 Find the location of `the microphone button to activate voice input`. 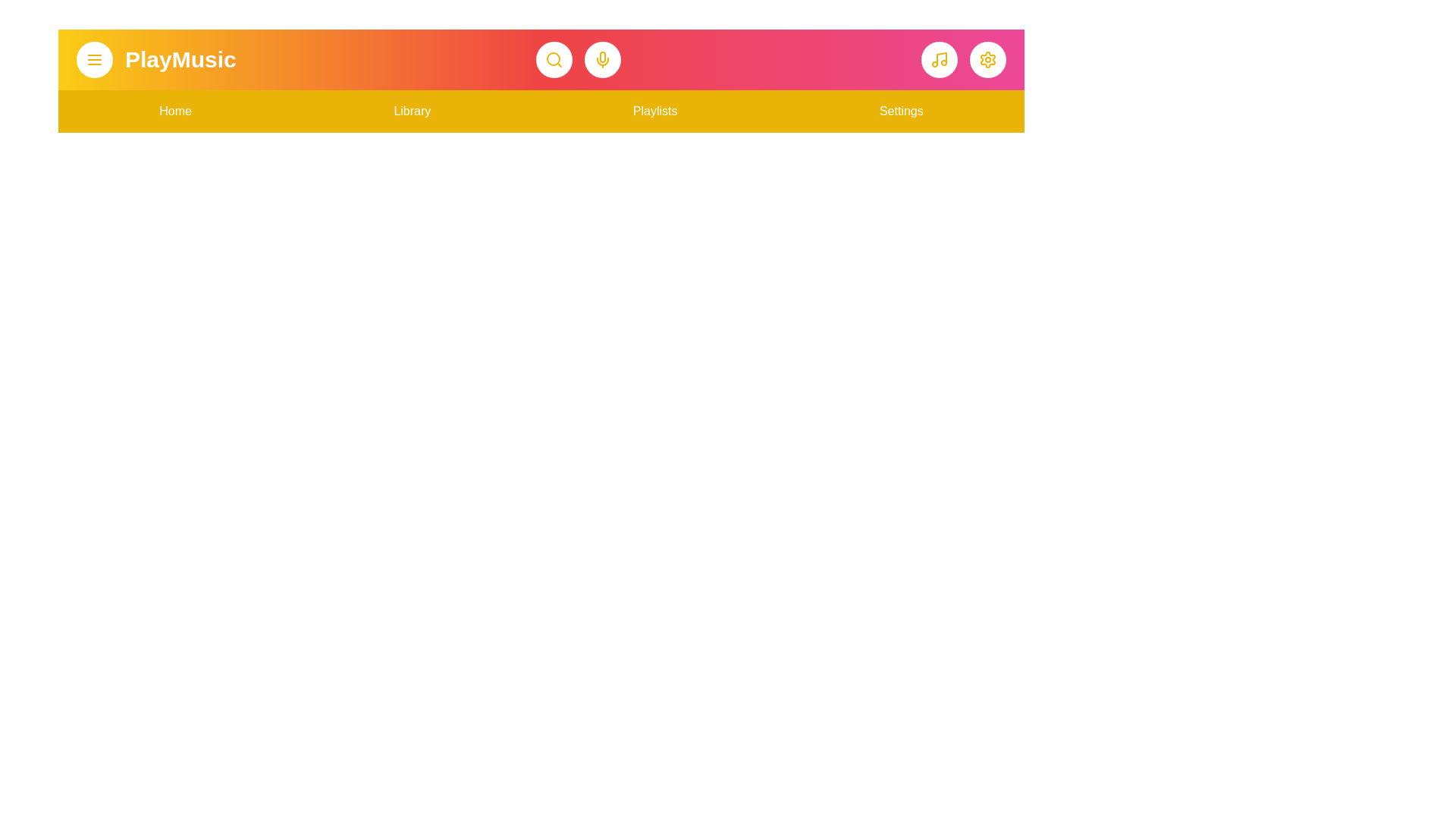

the microphone button to activate voice input is located at coordinates (602, 58).